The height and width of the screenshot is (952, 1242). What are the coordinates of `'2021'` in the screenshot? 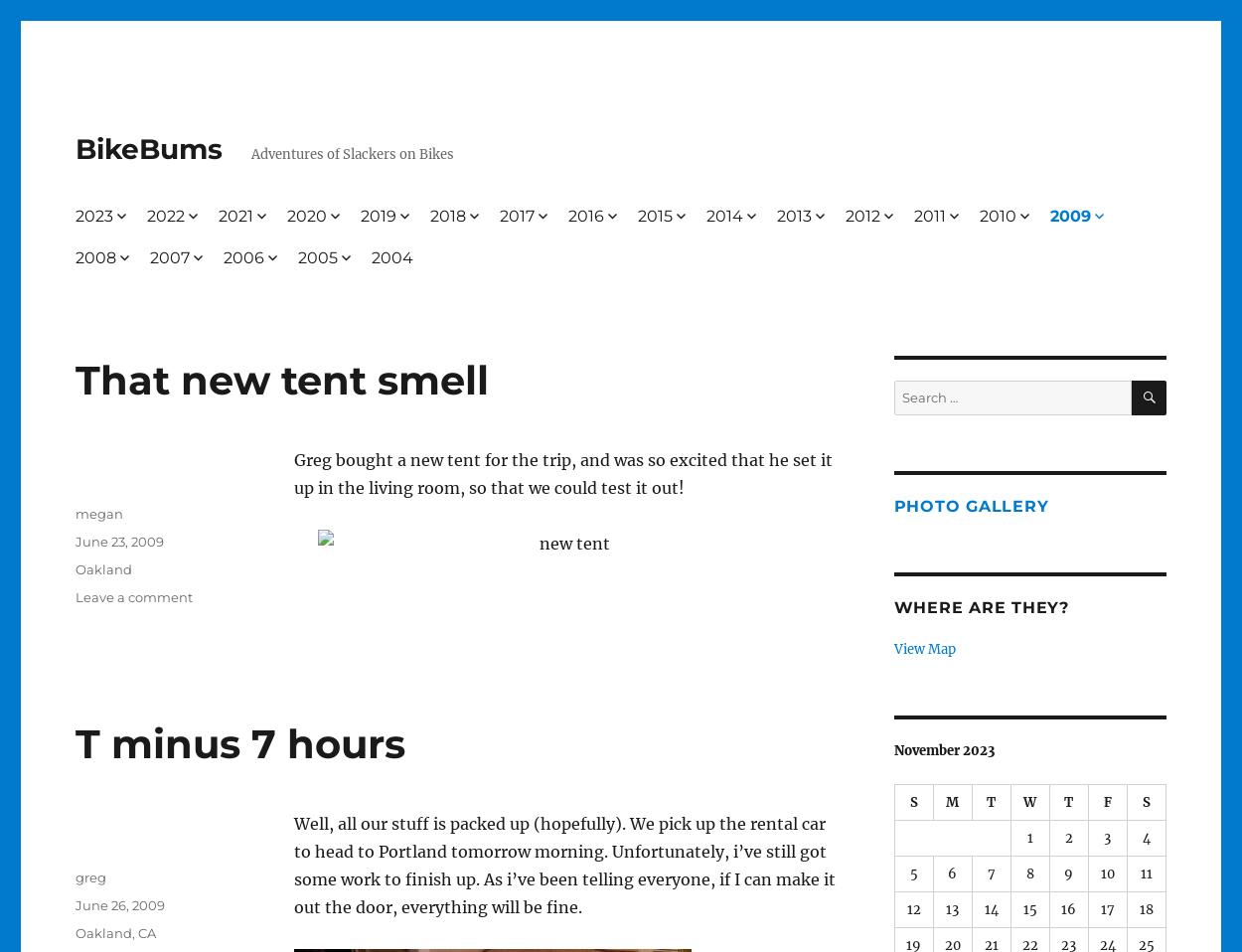 It's located at (233, 214).